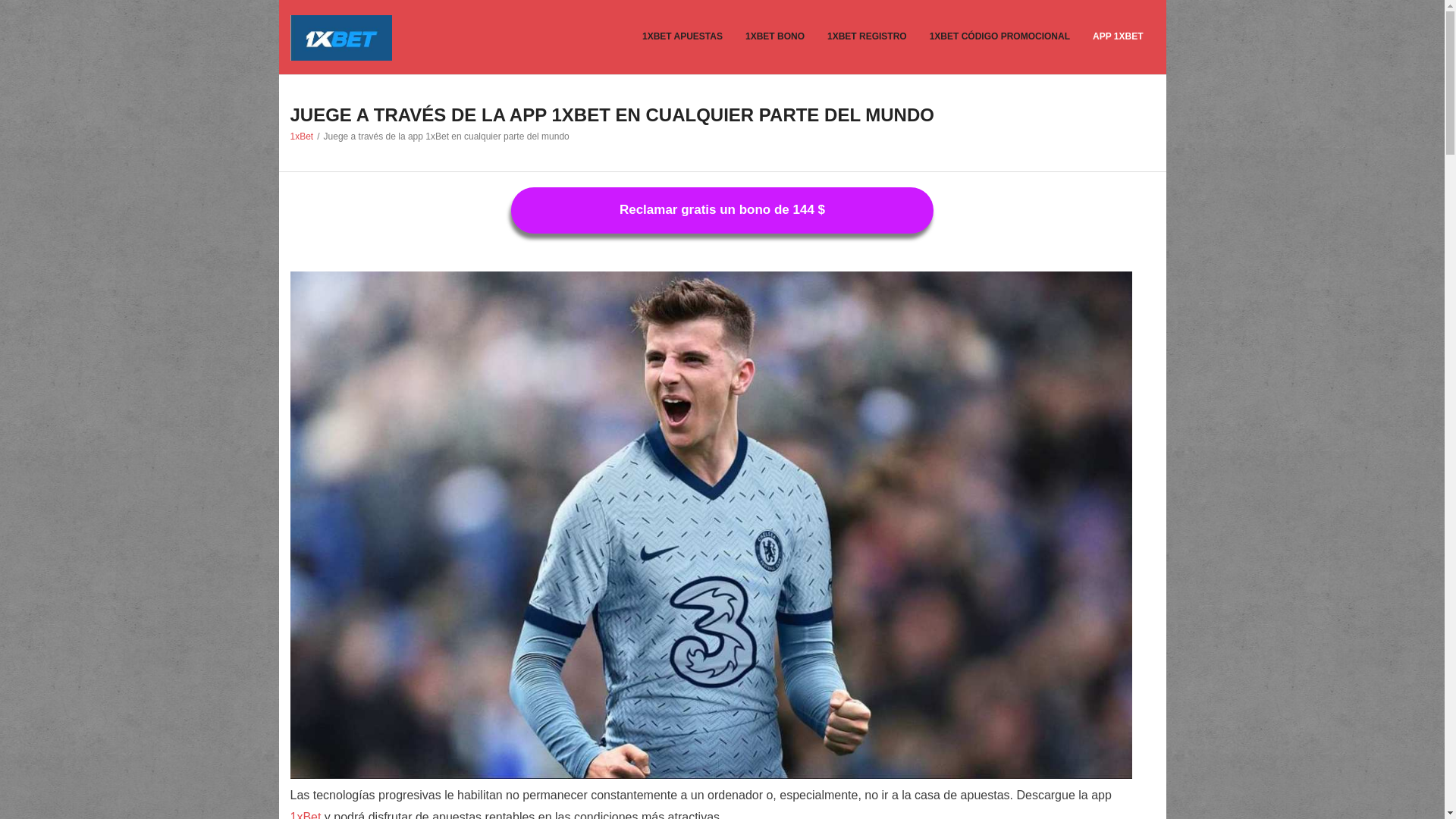 This screenshot has height=819, width=1456. Describe the element at coordinates (867, 36) in the screenshot. I see `'1XBET REGISTRO'` at that location.